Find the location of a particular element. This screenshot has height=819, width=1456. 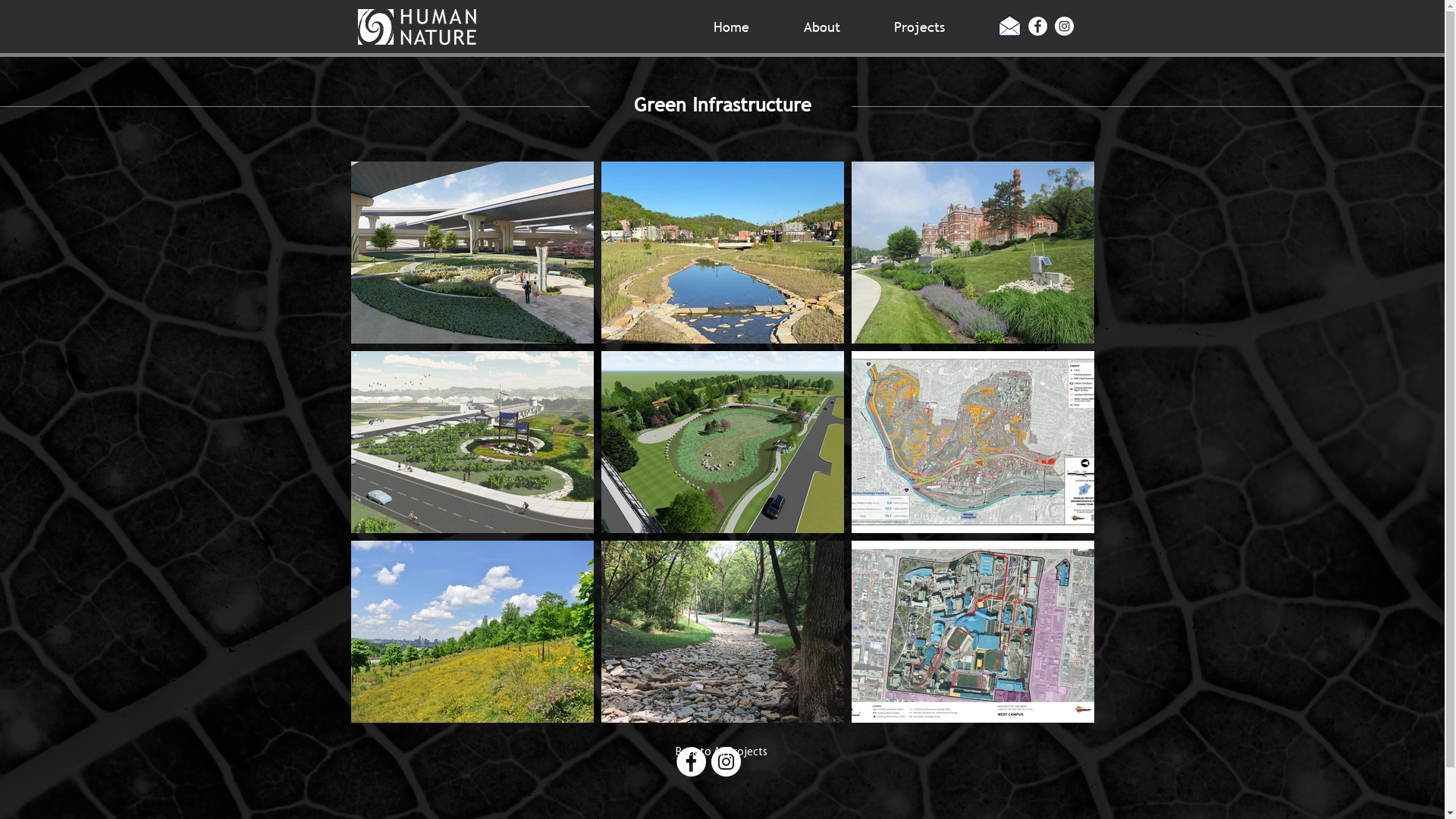

'Back to All Projects' is located at coordinates (720, 752).